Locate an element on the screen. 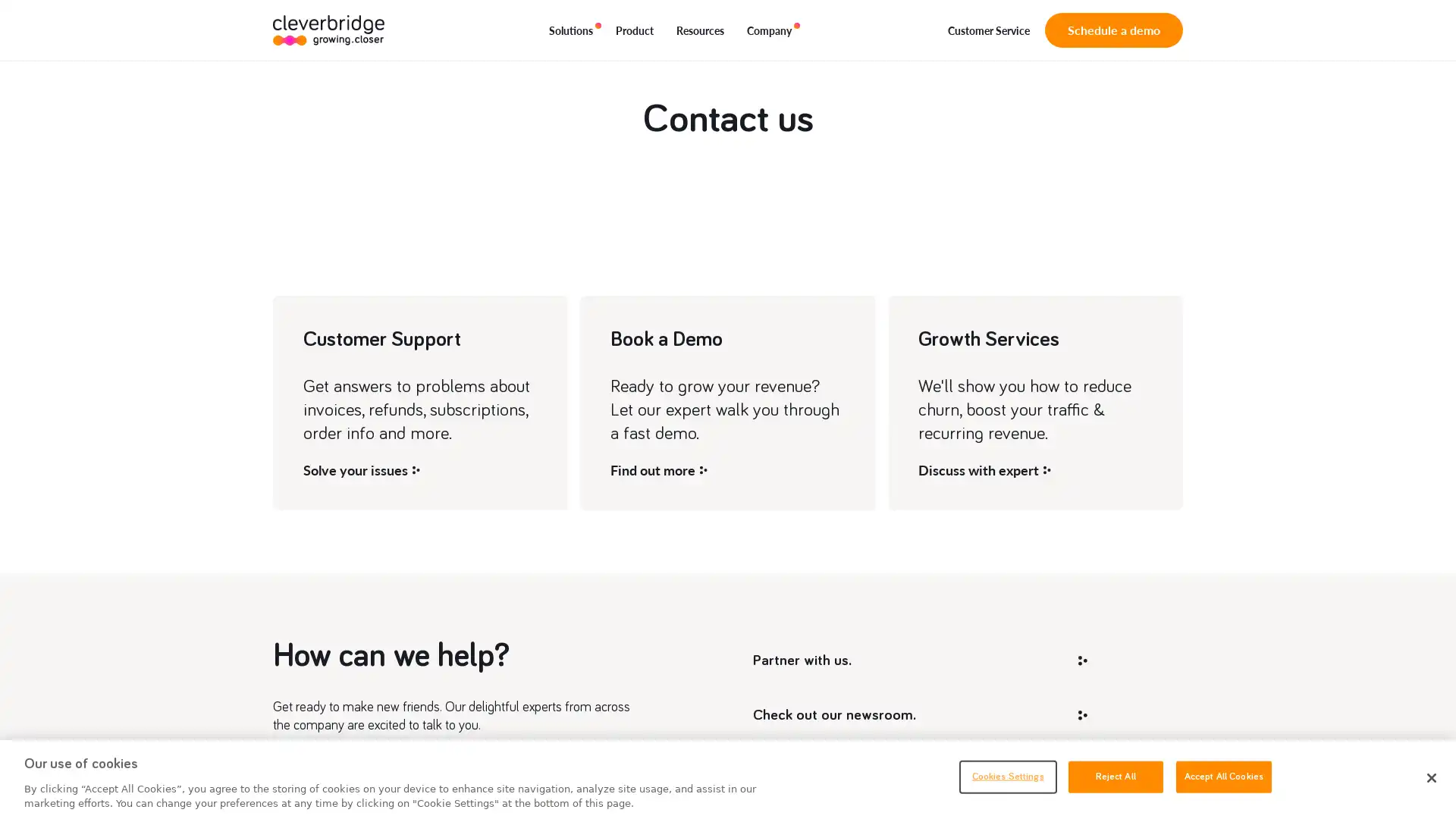 The width and height of the screenshot is (1456, 819). Accept All Cookies is located at coordinates (1223, 776).